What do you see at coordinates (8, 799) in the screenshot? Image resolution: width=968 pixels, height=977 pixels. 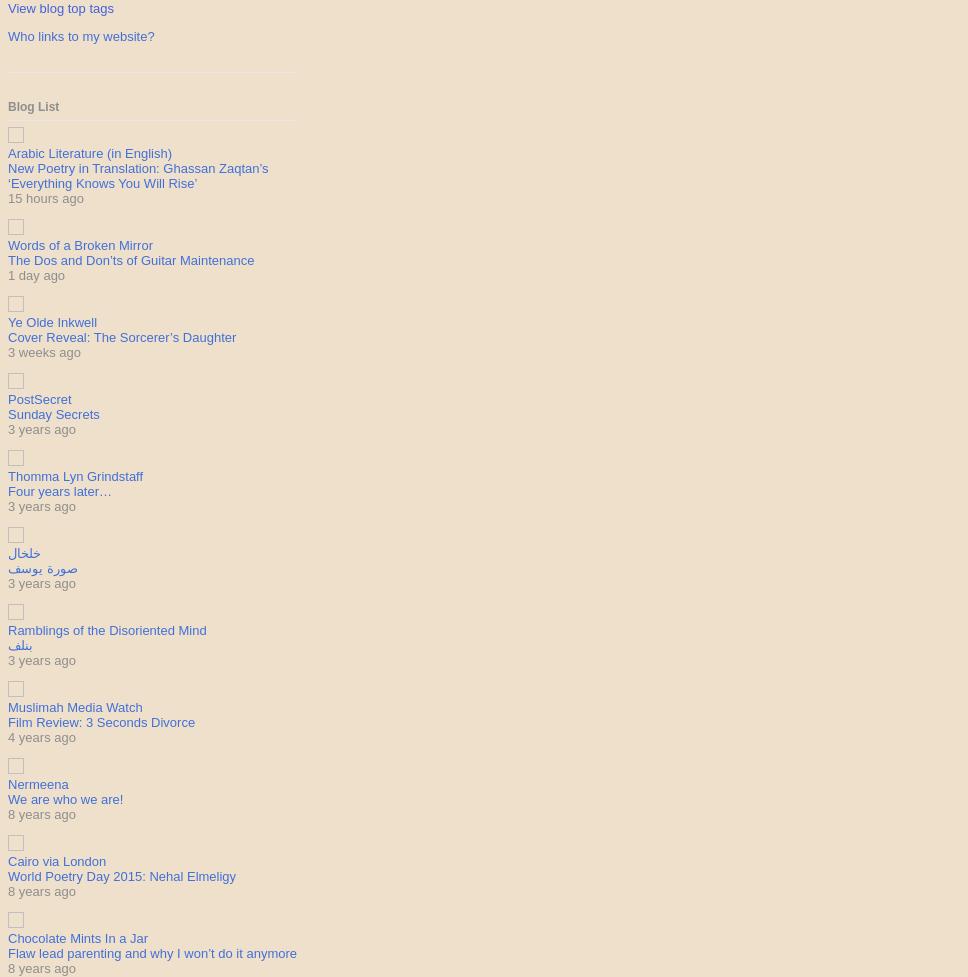 I see `'We are who we are!'` at bounding box center [8, 799].